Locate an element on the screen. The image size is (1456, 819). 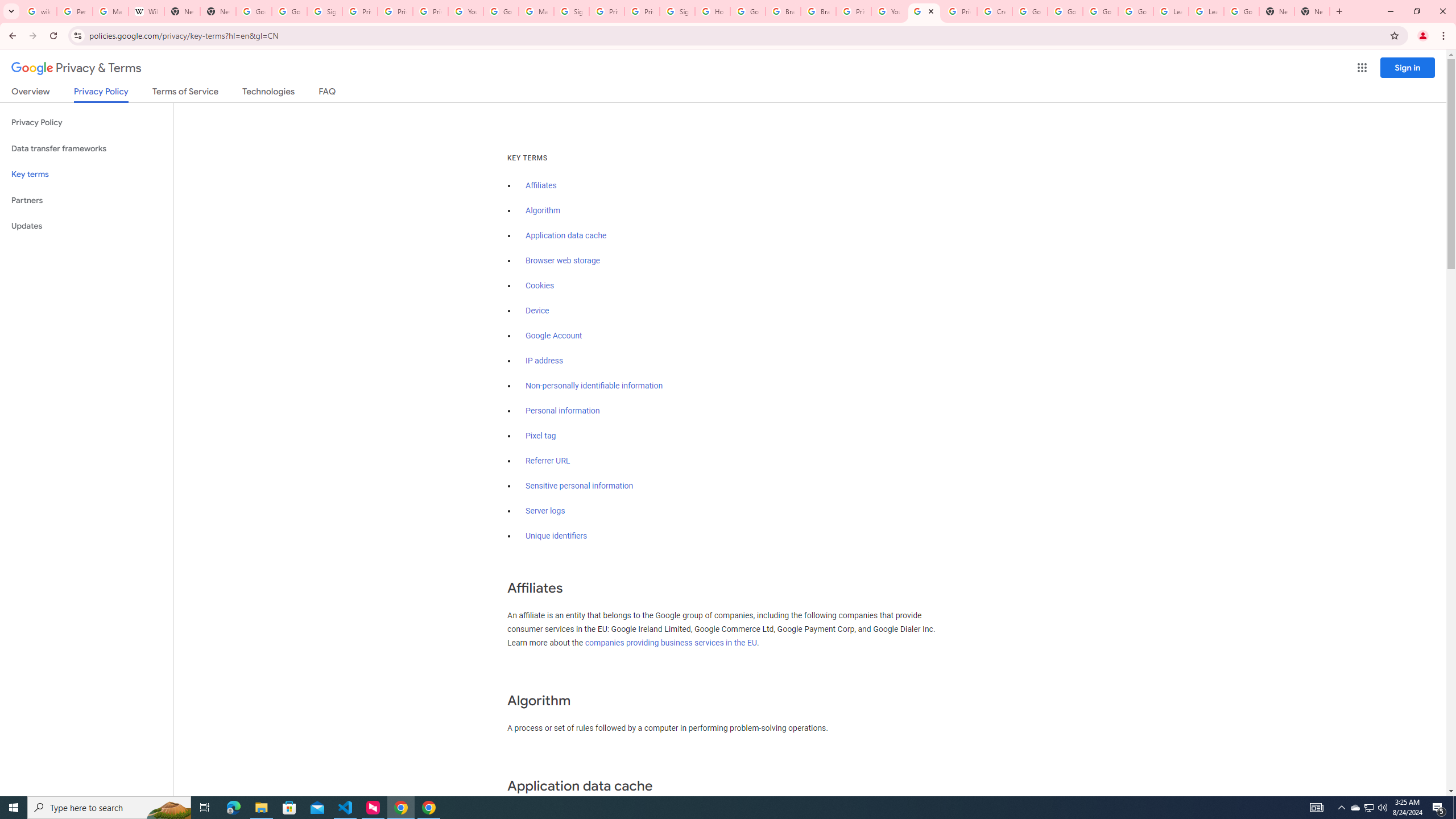
'companies providing business services in the EU' is located at coordinates (671, 642).